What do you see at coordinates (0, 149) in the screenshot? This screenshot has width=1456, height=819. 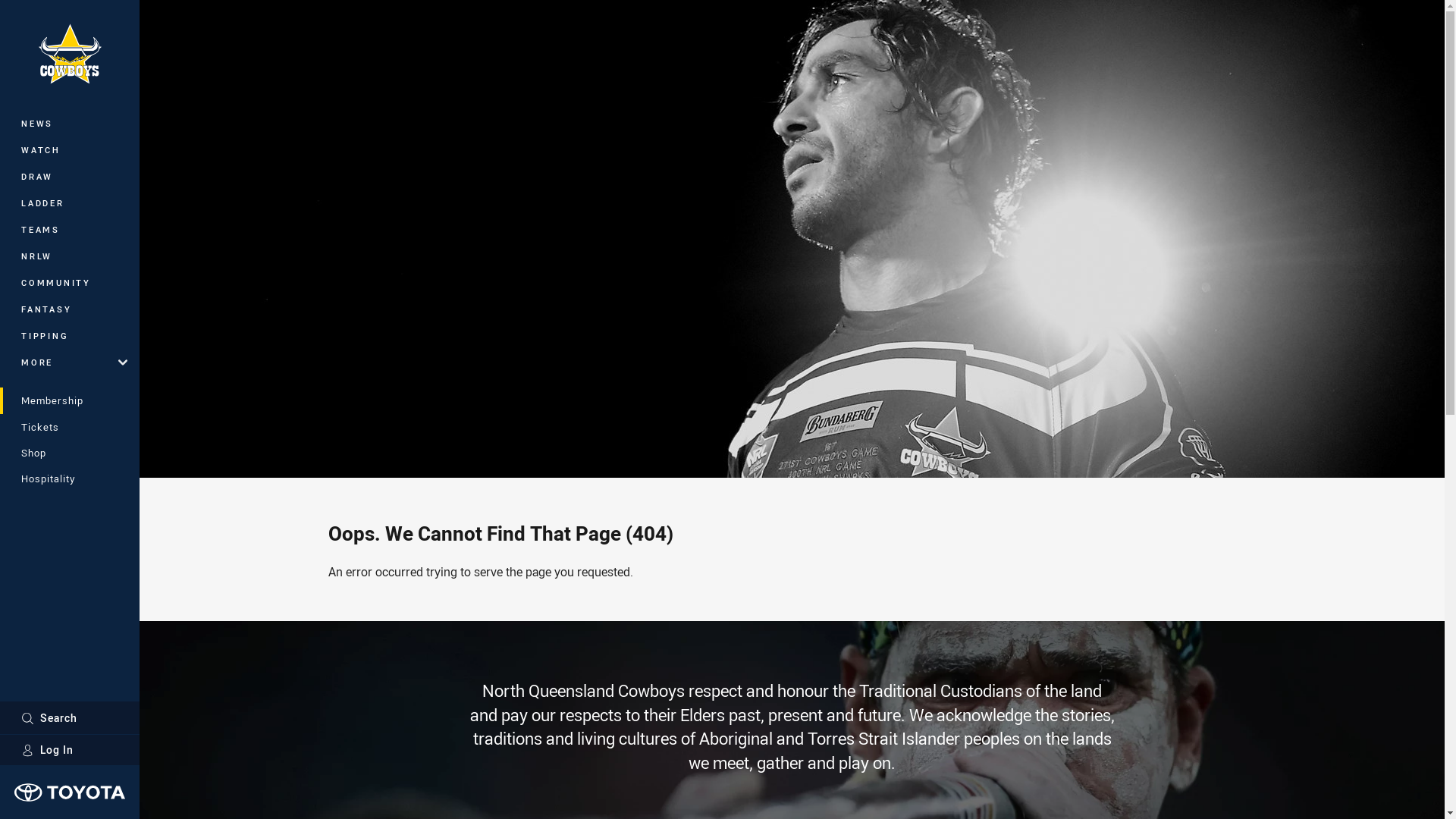 I see `'WATCH'` at bounding box center [0, 149].